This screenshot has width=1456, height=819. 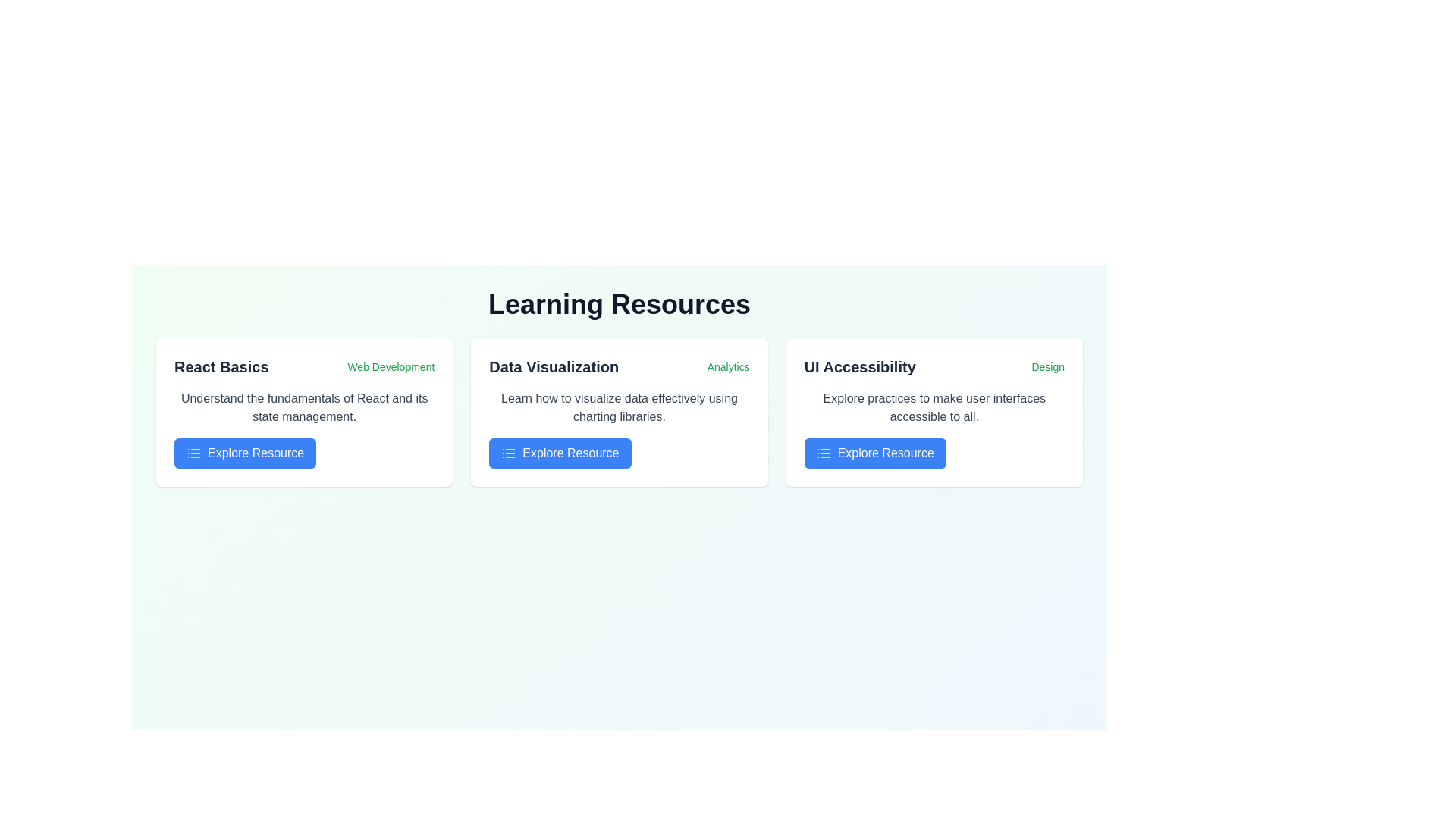 What do you see at coordinates (303, 406) in the screenshot?
I see `text block displaying the message 'Understand the fundamentals of React and its state management.' located below the title 'React Basics' and above the action button 'Explore Resource' in the first card of the resource cards` at bounding box center [303, 406].